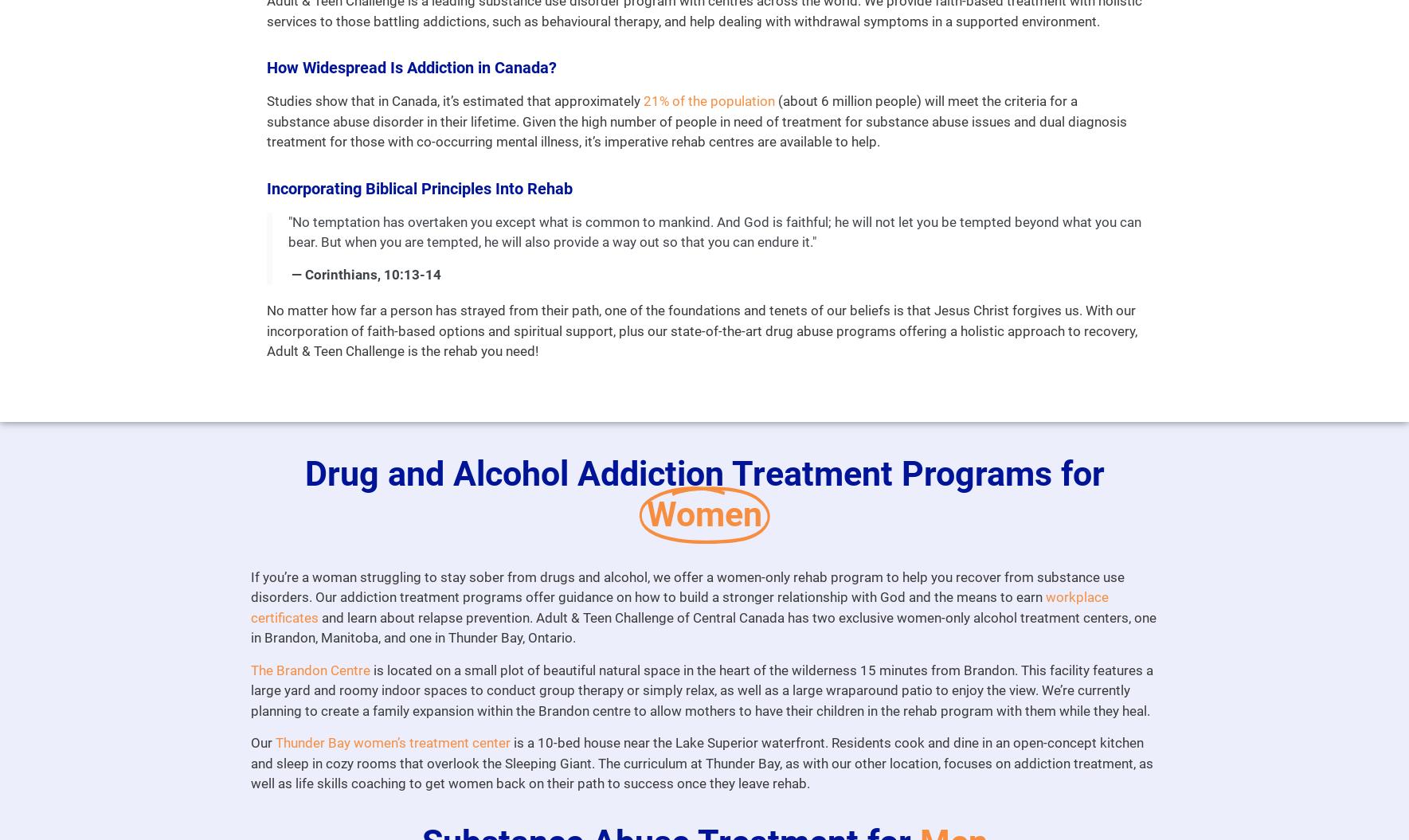 This screenshot has height=840, width=1409. I want to click on 'If you’re a woman struggling to stay sober from drugs and alcohol, we offer a women-only rehab program to help you recover from substance use disorders. Our addiction treatment programs offer guidance on how to build a stronger relationship with God and the means to earn', so click(686, 587).